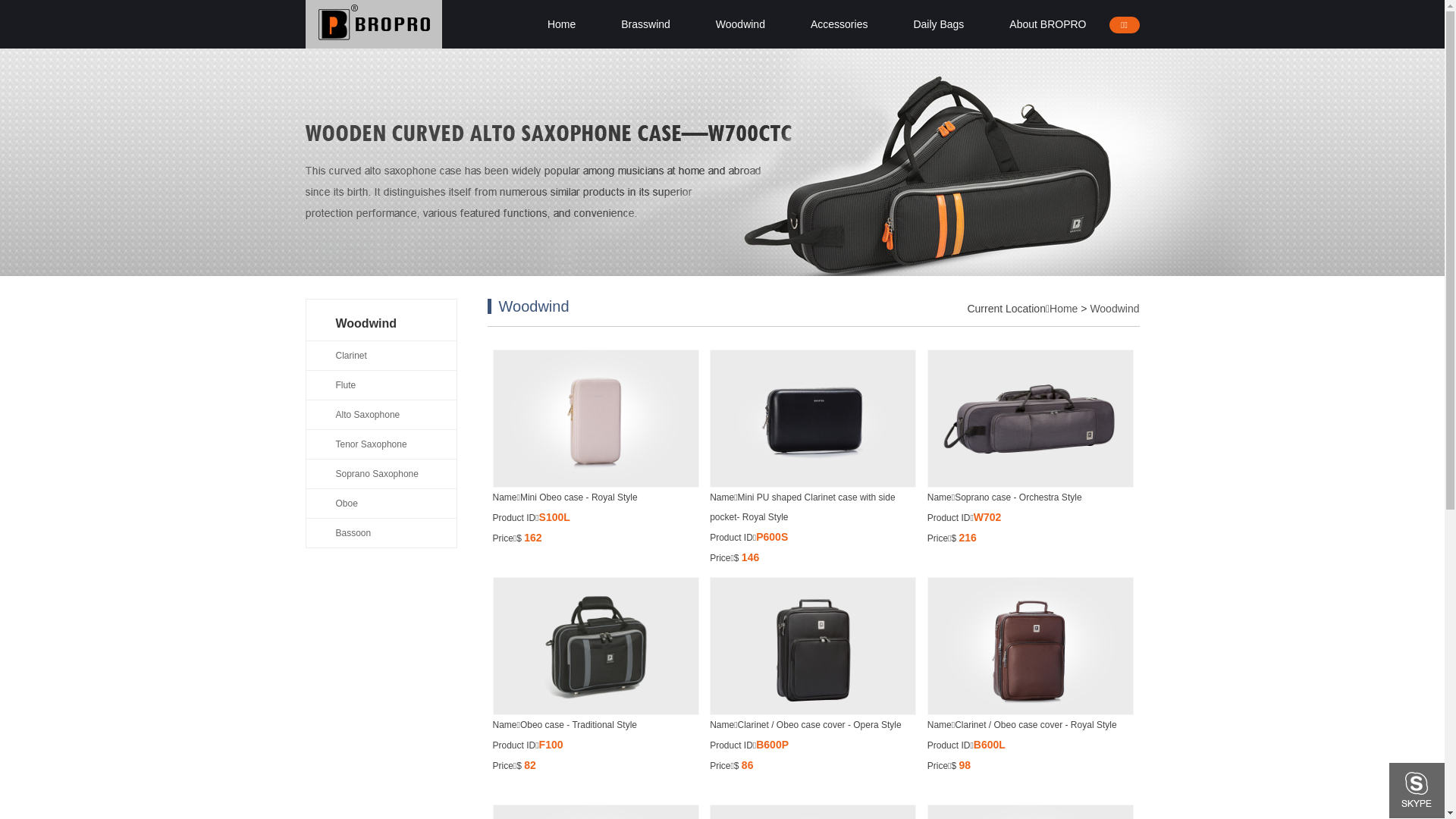  I want to click on 'Clarinet', so click(380, 355).